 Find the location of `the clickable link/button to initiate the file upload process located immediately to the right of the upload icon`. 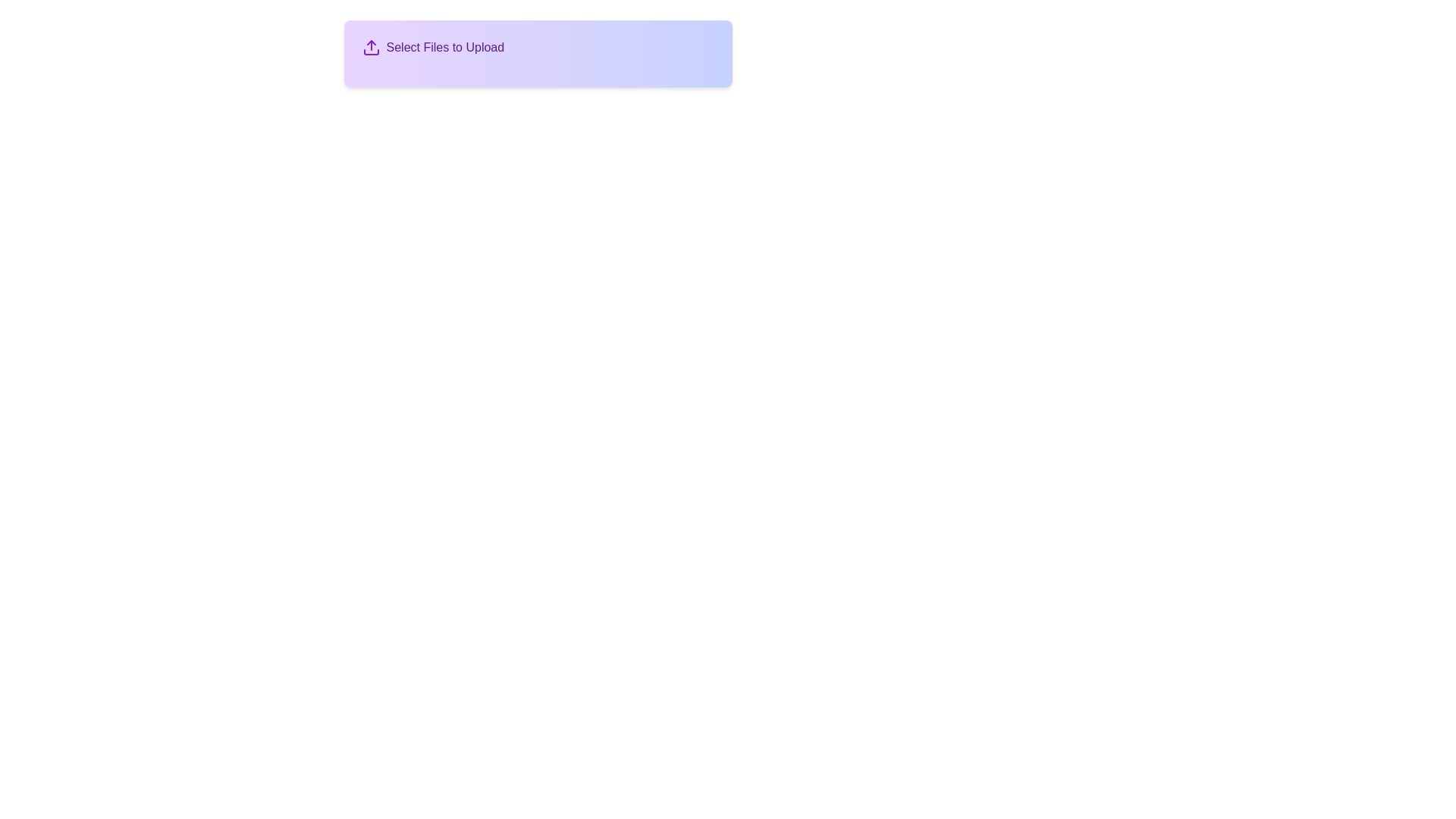

the clickable link/button to initiate the file upload process located immediately to the right of the upload icon is located at coordinates (444, 46).